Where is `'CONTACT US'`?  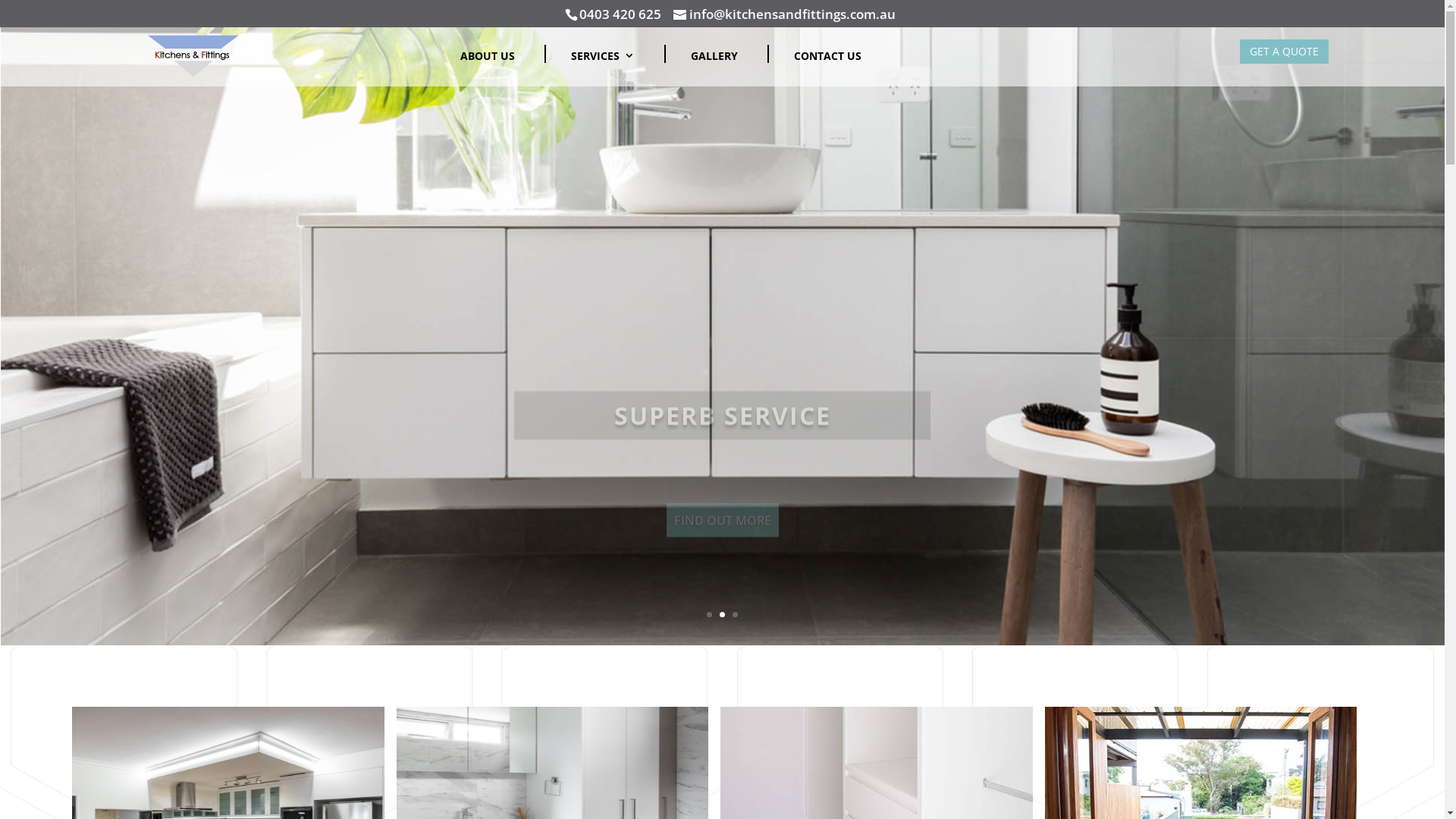 'CONTACT US' is located at coordinates (827, 67).